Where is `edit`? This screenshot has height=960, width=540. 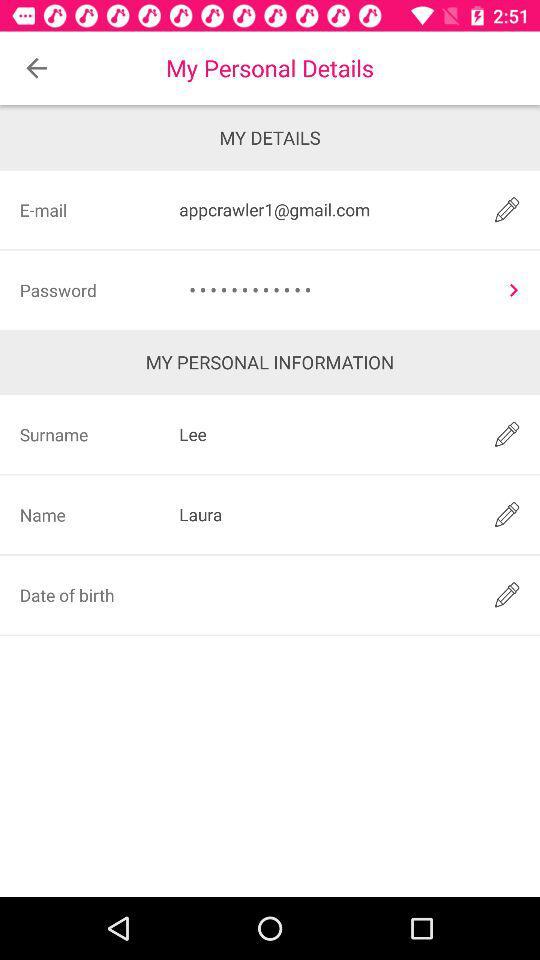
edit is located at coordinates (507, 209).